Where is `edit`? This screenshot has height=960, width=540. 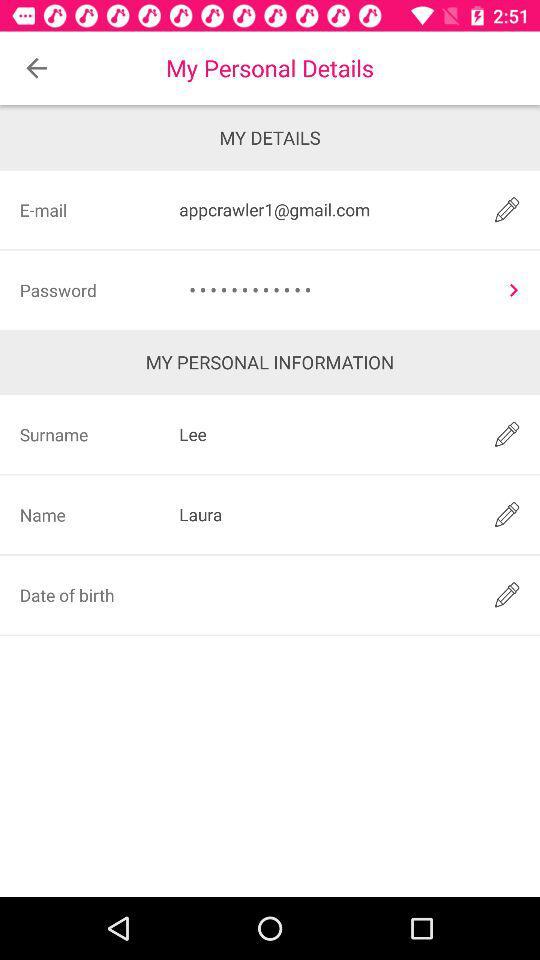
edit is located at coordinates (507, 209).